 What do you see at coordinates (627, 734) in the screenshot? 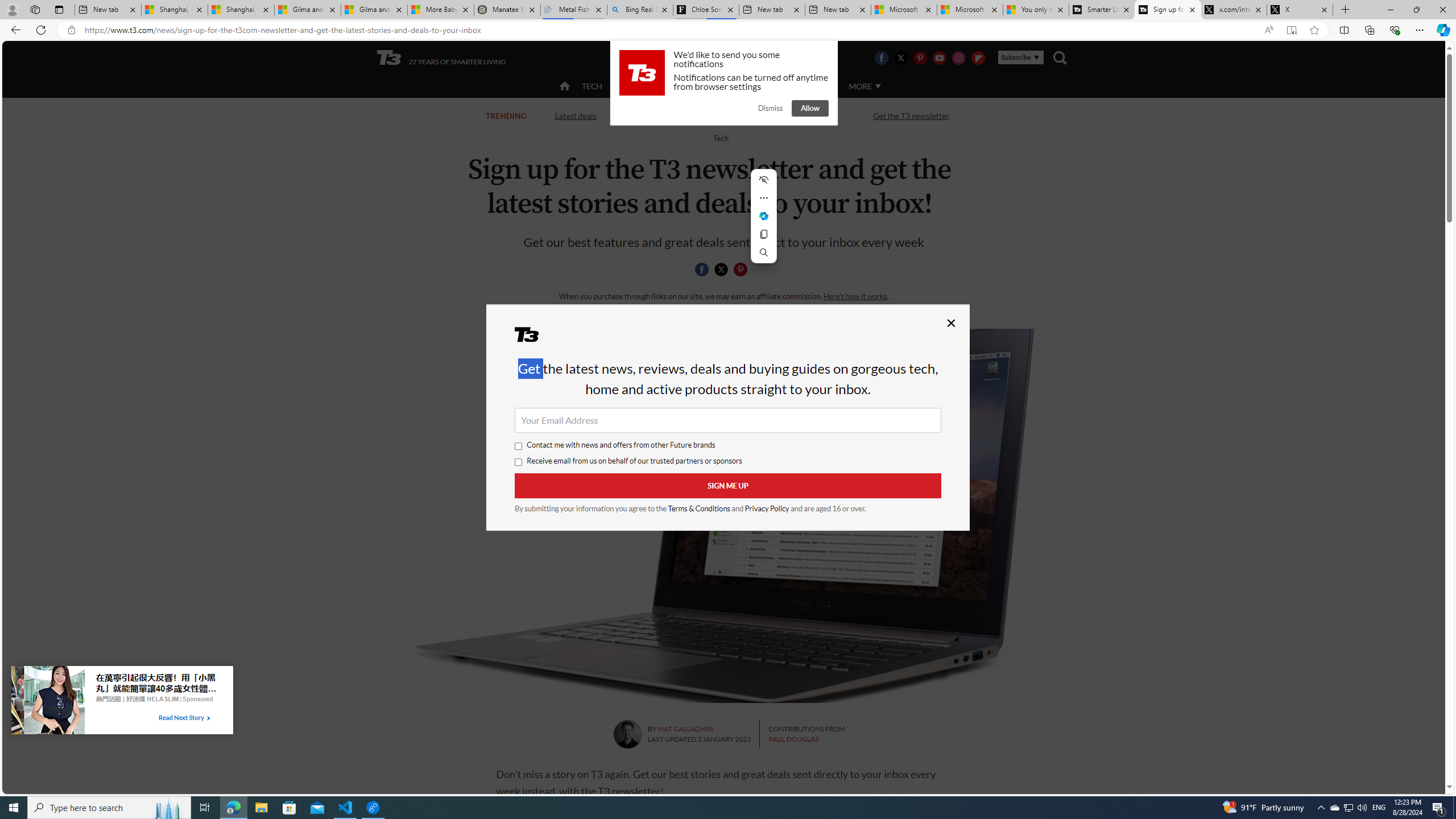
I see `'Mat Gallagher'` at bounding box center [627, 734].